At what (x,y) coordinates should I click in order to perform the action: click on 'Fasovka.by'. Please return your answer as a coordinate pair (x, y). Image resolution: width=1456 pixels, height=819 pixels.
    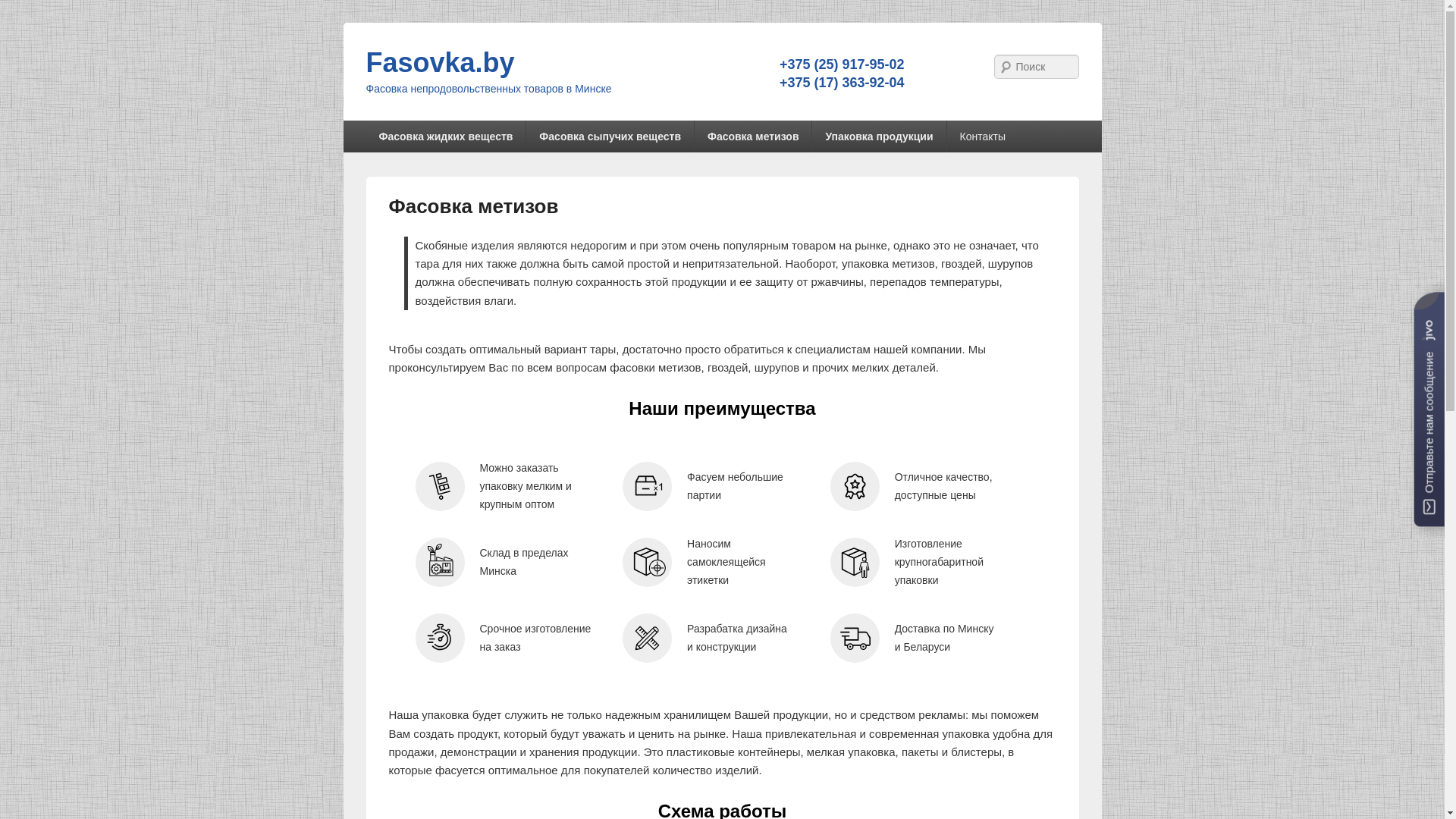
    Looking at the image, I should click on (365, 61).